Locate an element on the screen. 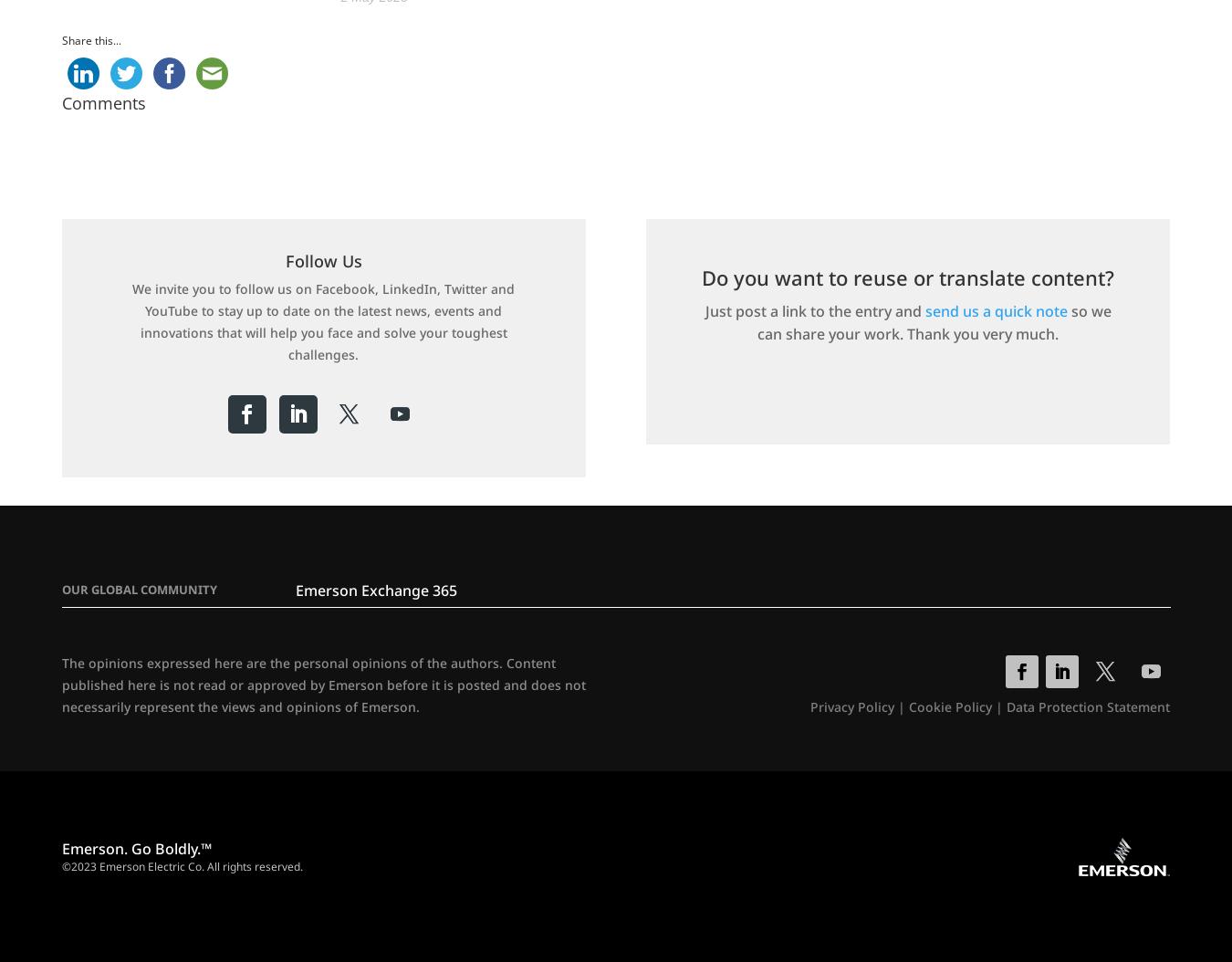  'Privacy Policy' is located at coordinates (851, 706).